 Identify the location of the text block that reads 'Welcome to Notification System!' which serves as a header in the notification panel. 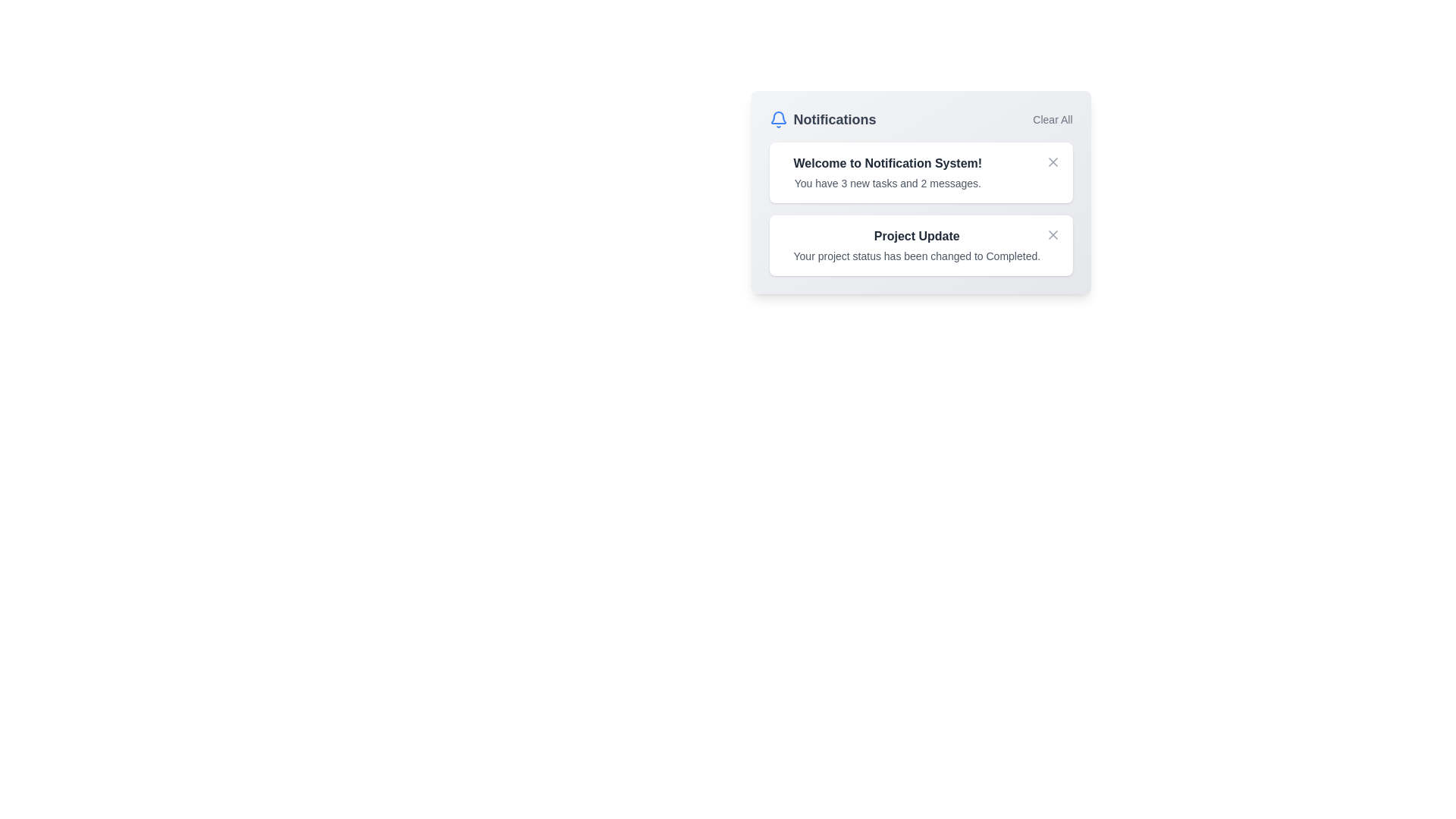
(887, 164).